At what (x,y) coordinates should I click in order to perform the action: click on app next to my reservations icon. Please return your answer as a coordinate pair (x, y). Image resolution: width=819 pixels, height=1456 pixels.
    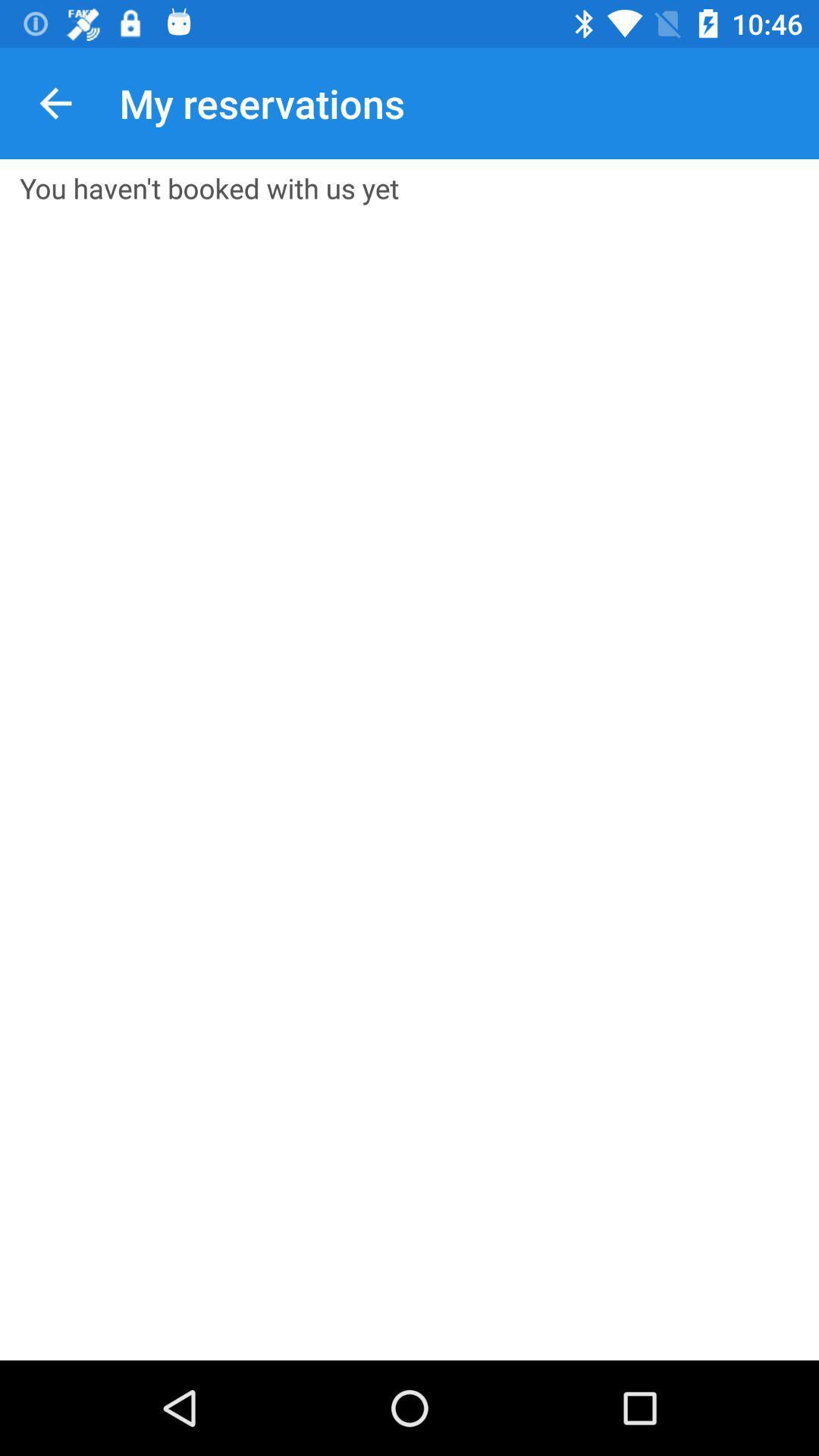
    Looking at the image, I should click on (55, 102).